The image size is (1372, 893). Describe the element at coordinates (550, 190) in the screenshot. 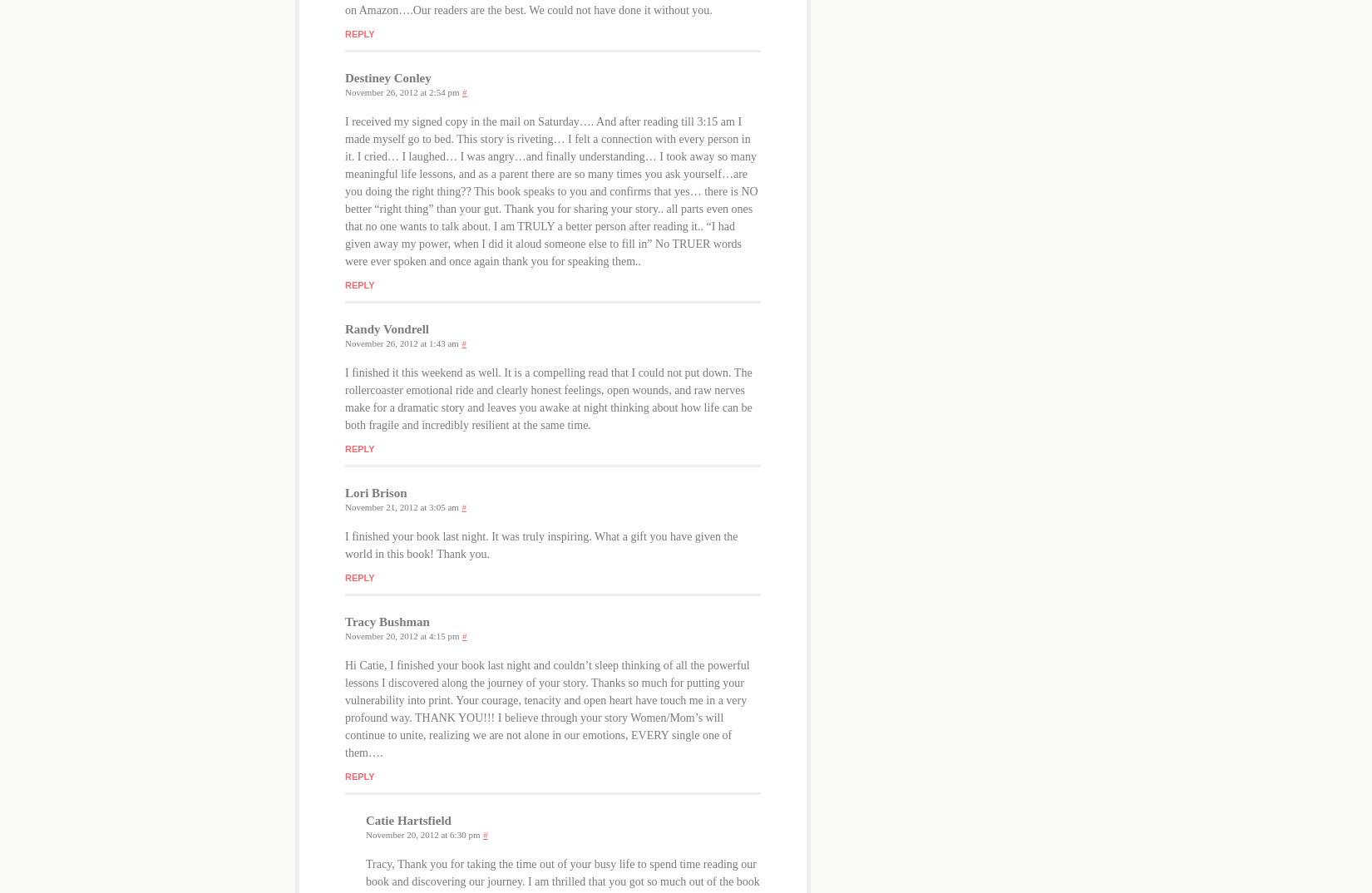

I see `'I received my signed copy in the mail on Saturday…. And after reading till 3:15 am I made myself go to bed.  This story is riveting…  I felt a connection with every person in it.  I cried… I laughed… I was angry…and finally understanding…  I took away so many meaningful life lessons, and as a parent there are so many times you ask yourself…are you doing the right thing??  This book speaks to you and confirms that yes… there is NO better “right thing” than your gut.  Thank you for sharing your story.. all parts even ones that no one wants to talk about.  I am TRULY a better person after reading it.. “I had given away my power, when I did it aloud someone else to fill in”  No TRUER words were ever spoken and once again thank you for speaking them..'` at that location.